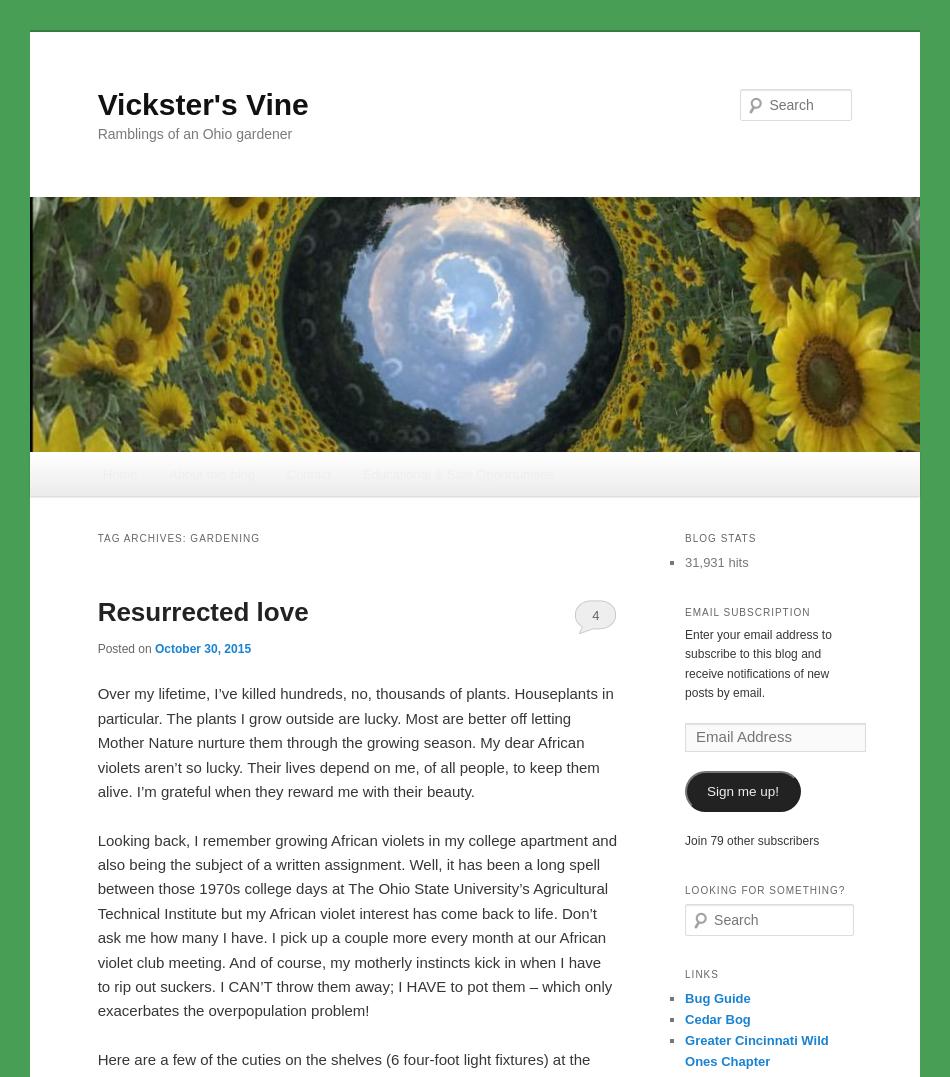  What do you see at coordinates (125, 649) in the screenshot?
I see `'Posted on'` at bounding box center [125, 649].